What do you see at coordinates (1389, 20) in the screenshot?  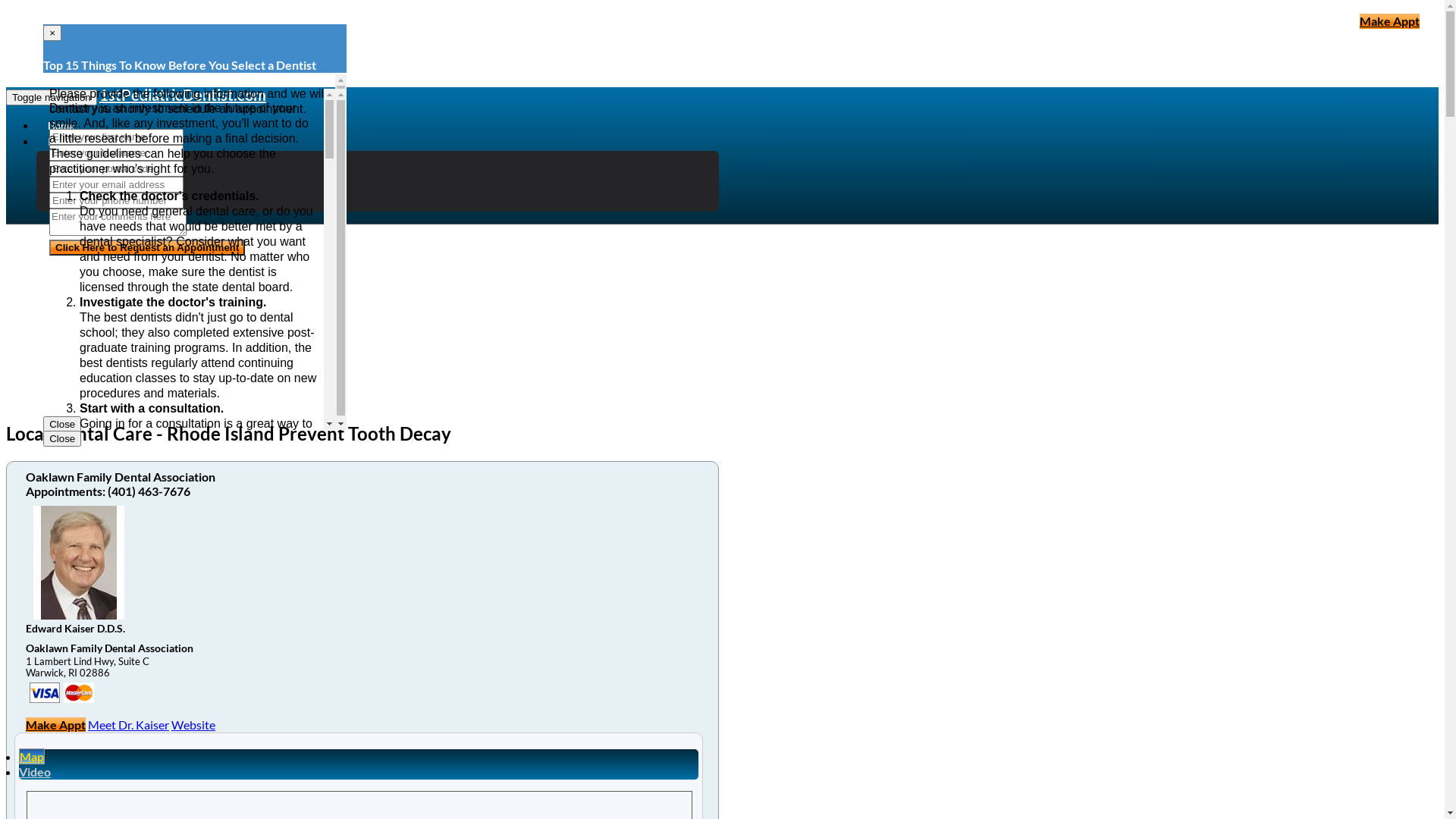 I see `'Make Appt'` at bounding box center [1389, 20].